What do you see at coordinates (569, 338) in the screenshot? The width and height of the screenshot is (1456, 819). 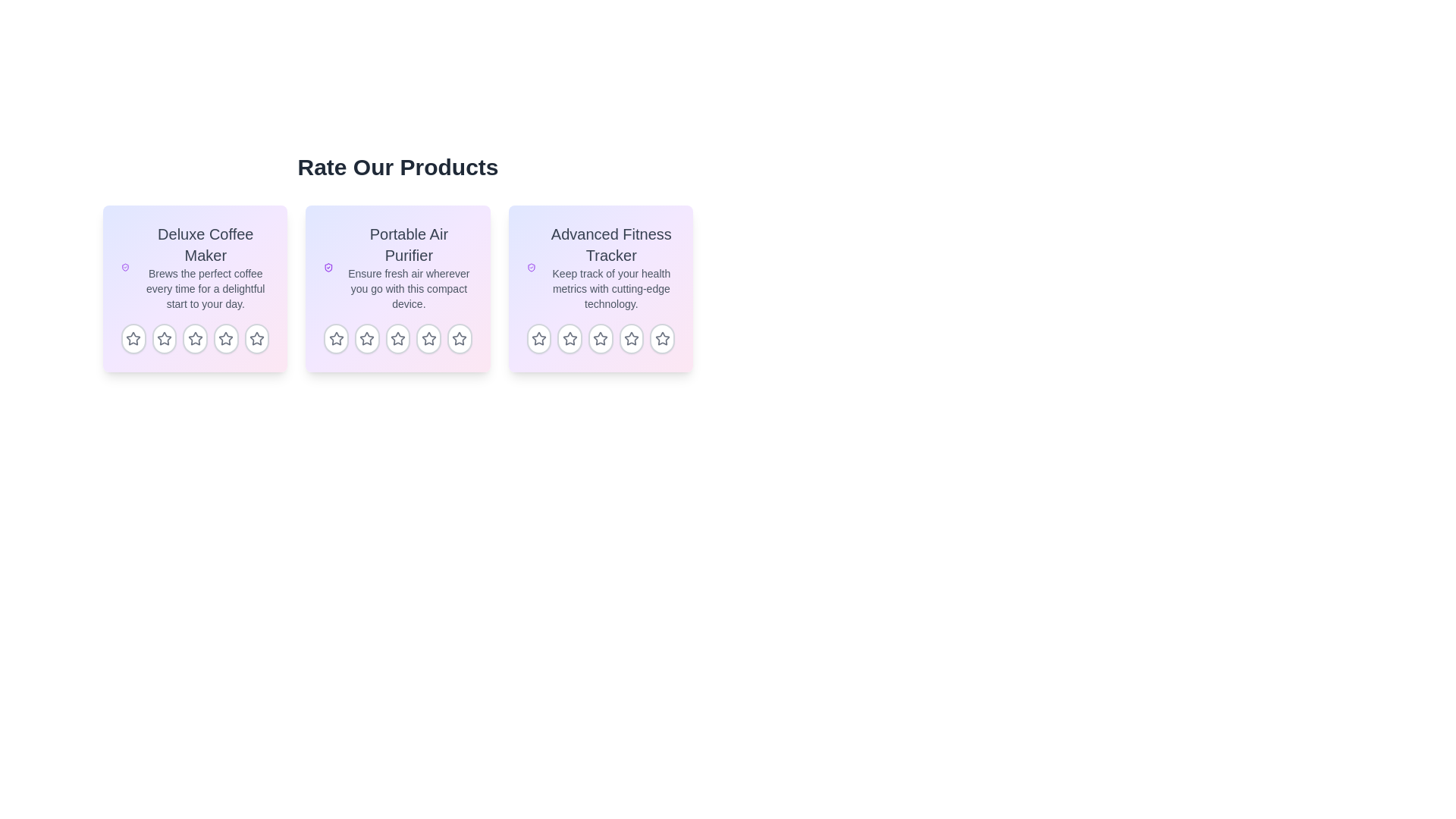 I see `the third star icon in the rating bar of the 'Advanced Fitness Tracker' card` at bounding box center [569, 338].